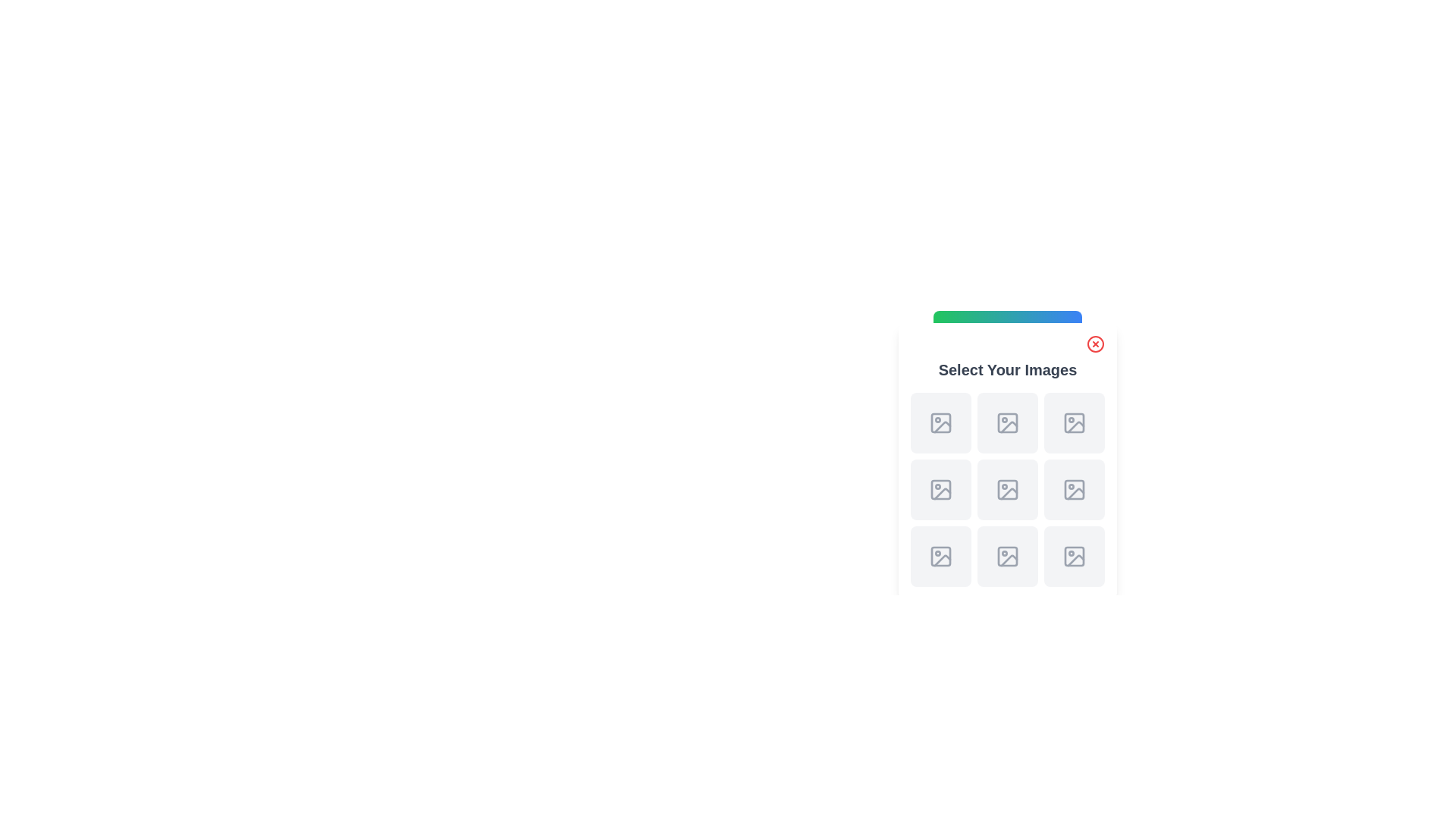 This screenshot has width=1456, height=819. I want to click on the decorative rectangular shape with rounded corners located in the bottom-right corner of the image icon within the 'Select Your Images' grid, so click(940, 556).